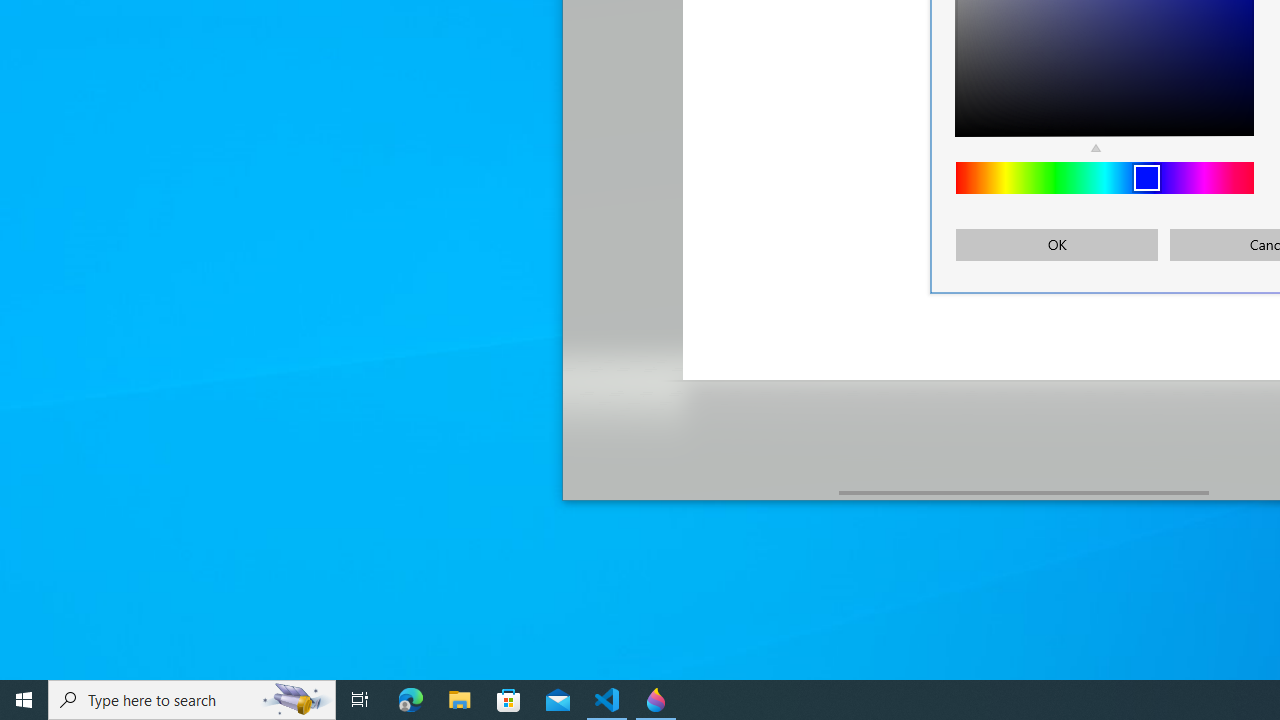  What do you see at coordinates (24, 698) in the screenshot?
I see `'Start'` at bounding box center [24, 698].